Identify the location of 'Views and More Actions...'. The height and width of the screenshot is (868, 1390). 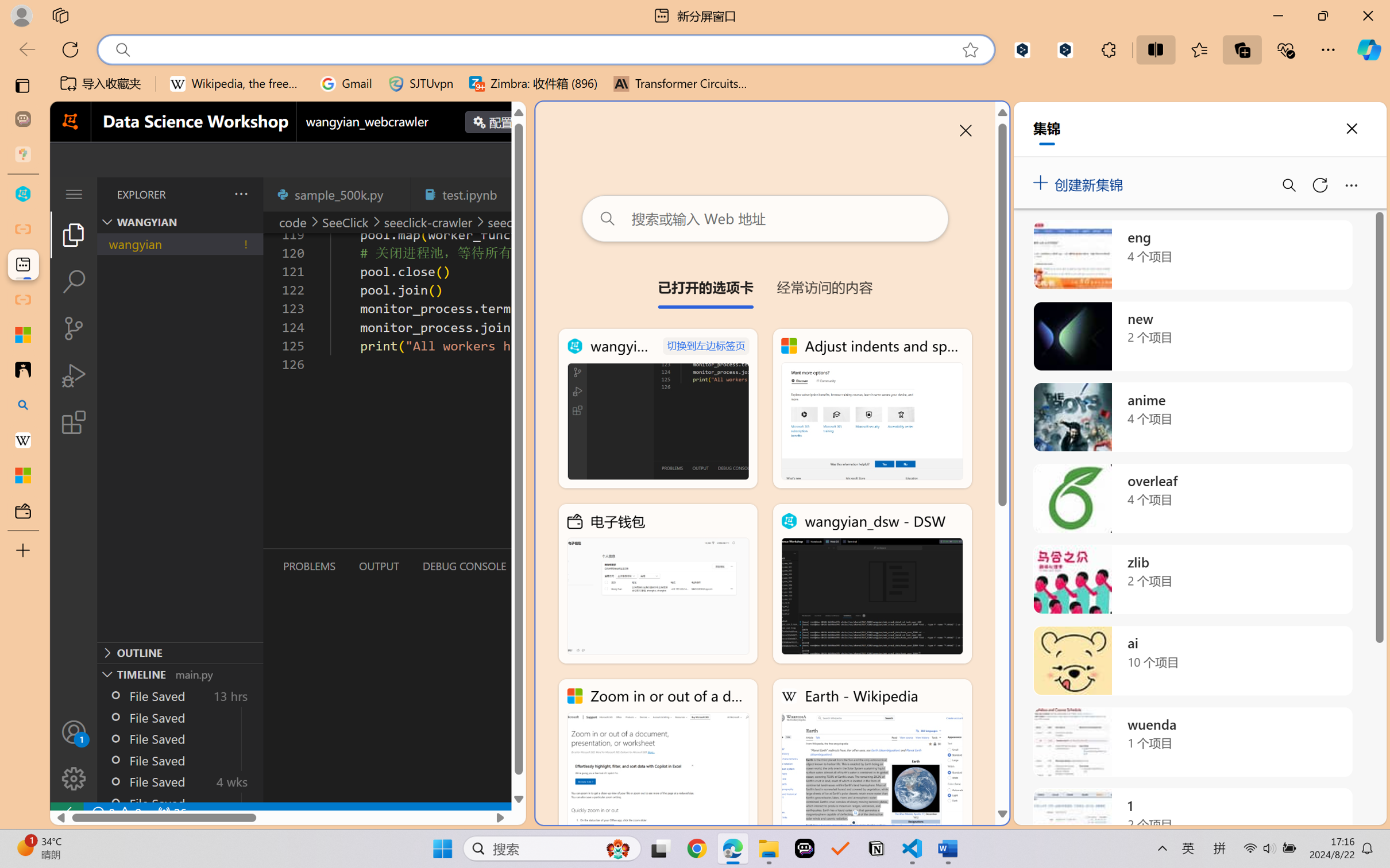
(240, 193).